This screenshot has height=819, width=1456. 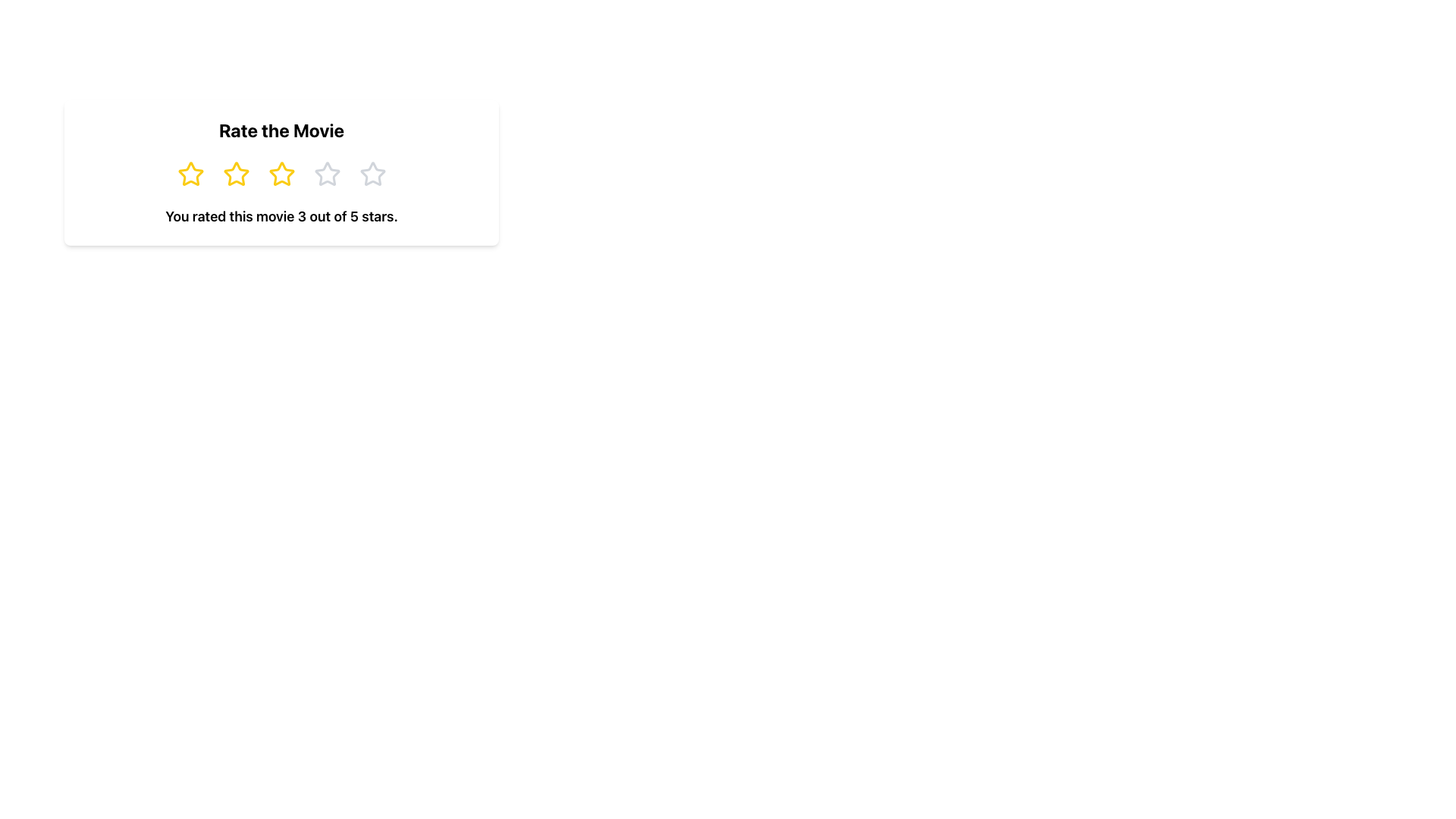 What do you see at coordinates (372, 174) in the screenshot?
I see `the fourth star icon in the rating system` at bounding box center [372, 174].